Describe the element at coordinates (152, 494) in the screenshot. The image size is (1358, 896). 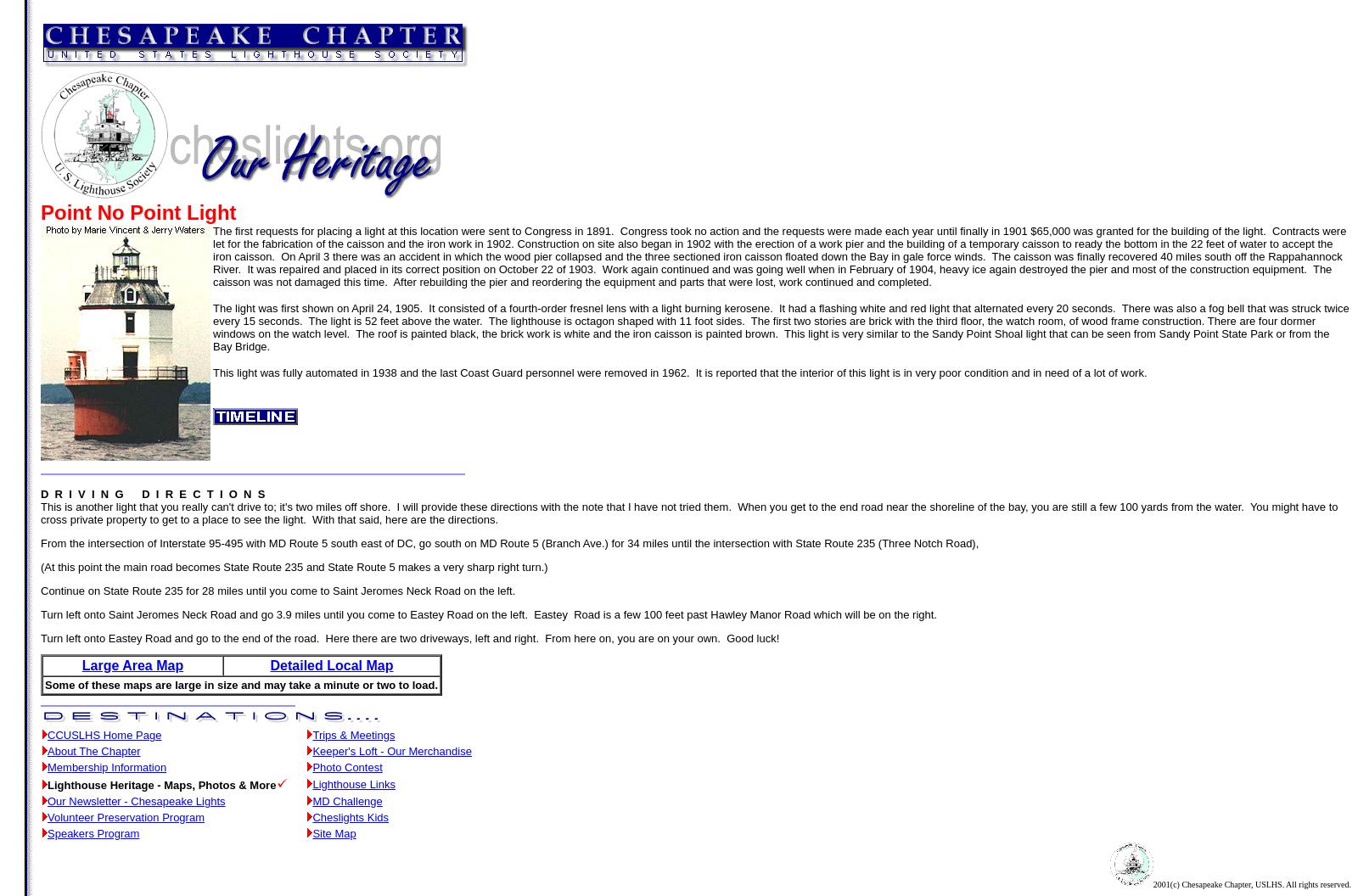
I see `'D  R  I  V  
      I  N  G      D  I  R  
      E  C  T  I  O  N  S'` at that location.